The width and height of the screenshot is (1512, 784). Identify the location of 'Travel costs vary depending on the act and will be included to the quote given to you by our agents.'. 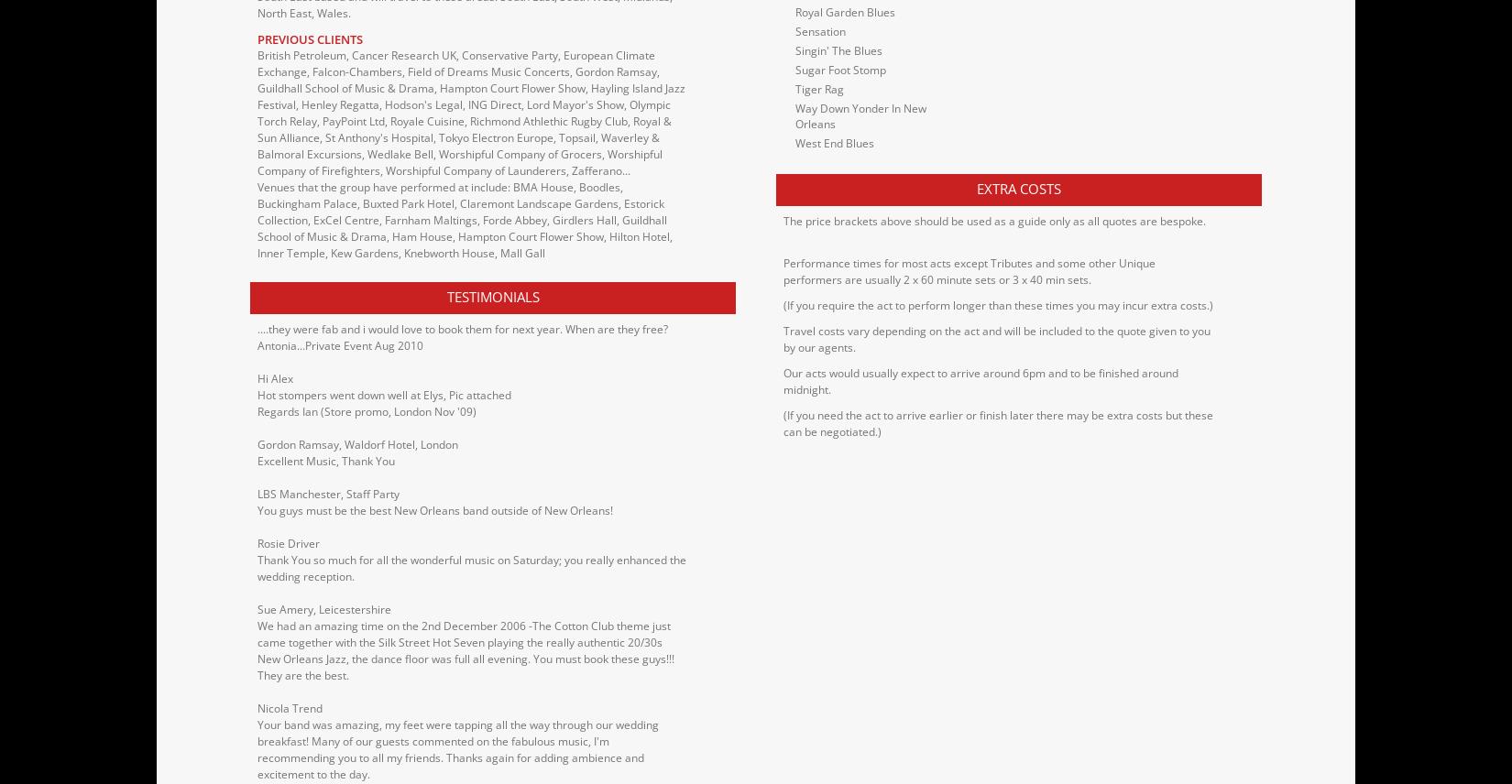
(997, 338).